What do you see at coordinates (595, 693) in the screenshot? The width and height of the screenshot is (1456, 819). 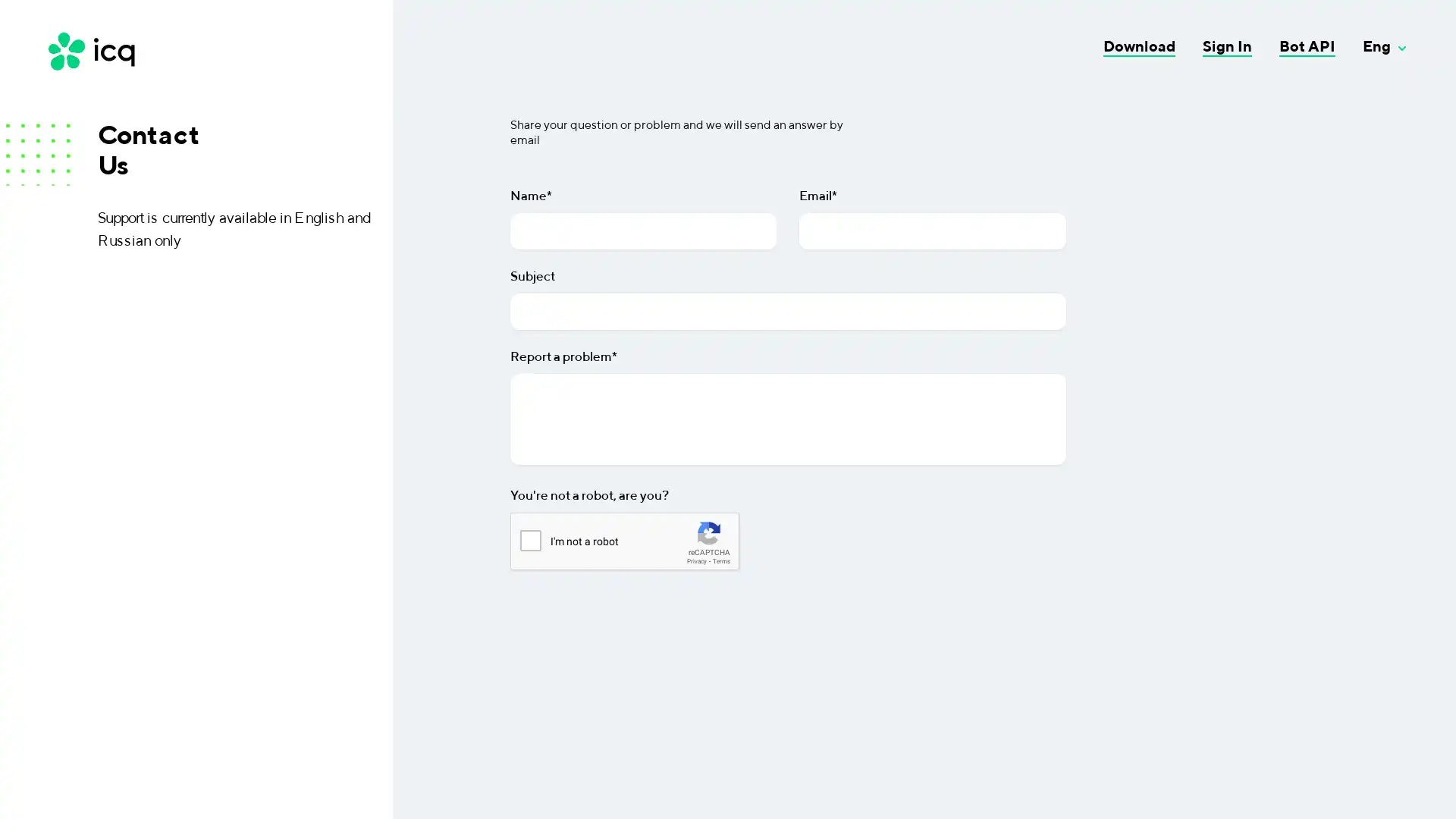 I see `Send` at bounding box center [595, 693].